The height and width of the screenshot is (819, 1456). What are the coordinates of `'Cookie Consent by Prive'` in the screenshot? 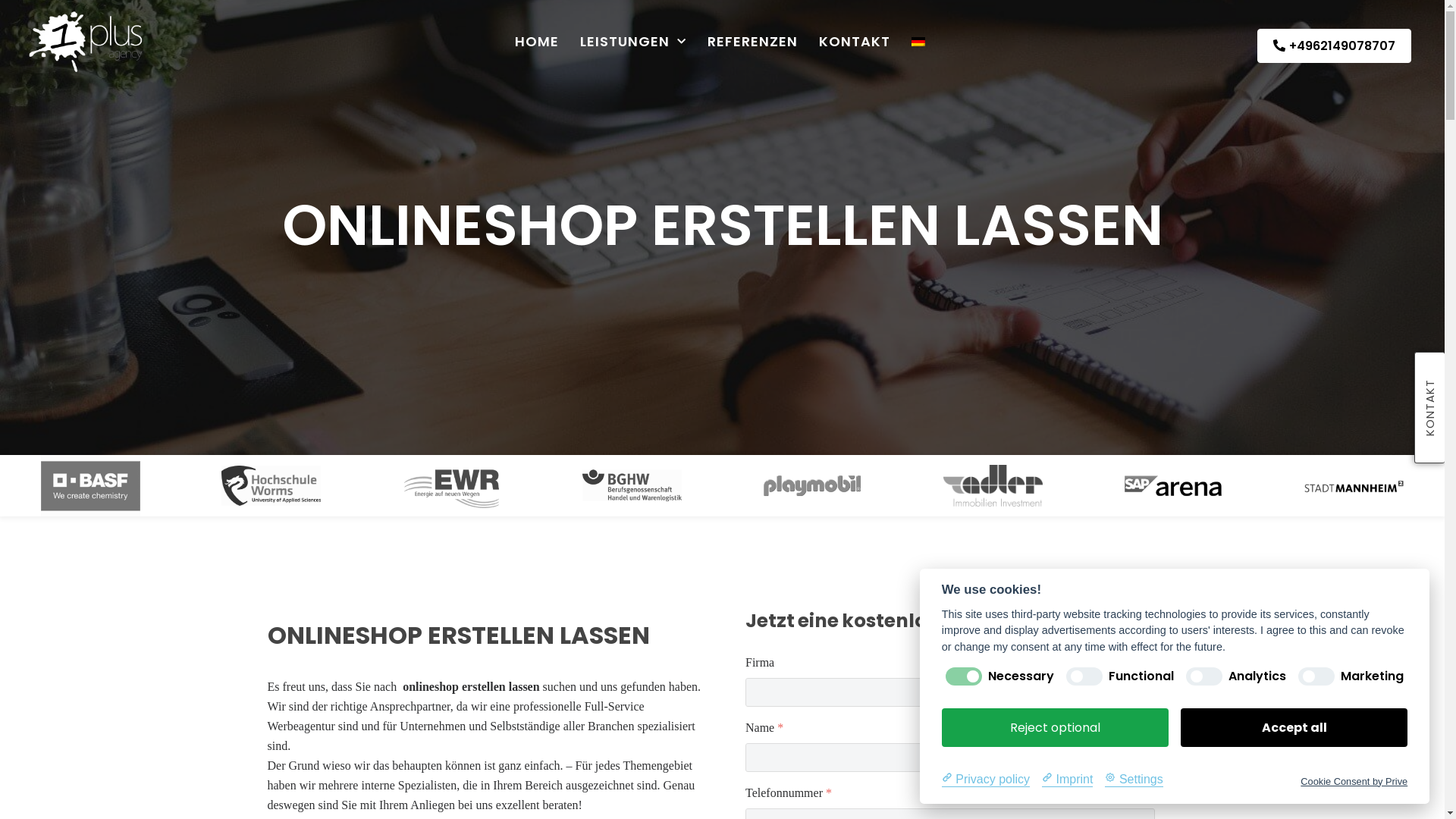 It's located at (1354, 780).